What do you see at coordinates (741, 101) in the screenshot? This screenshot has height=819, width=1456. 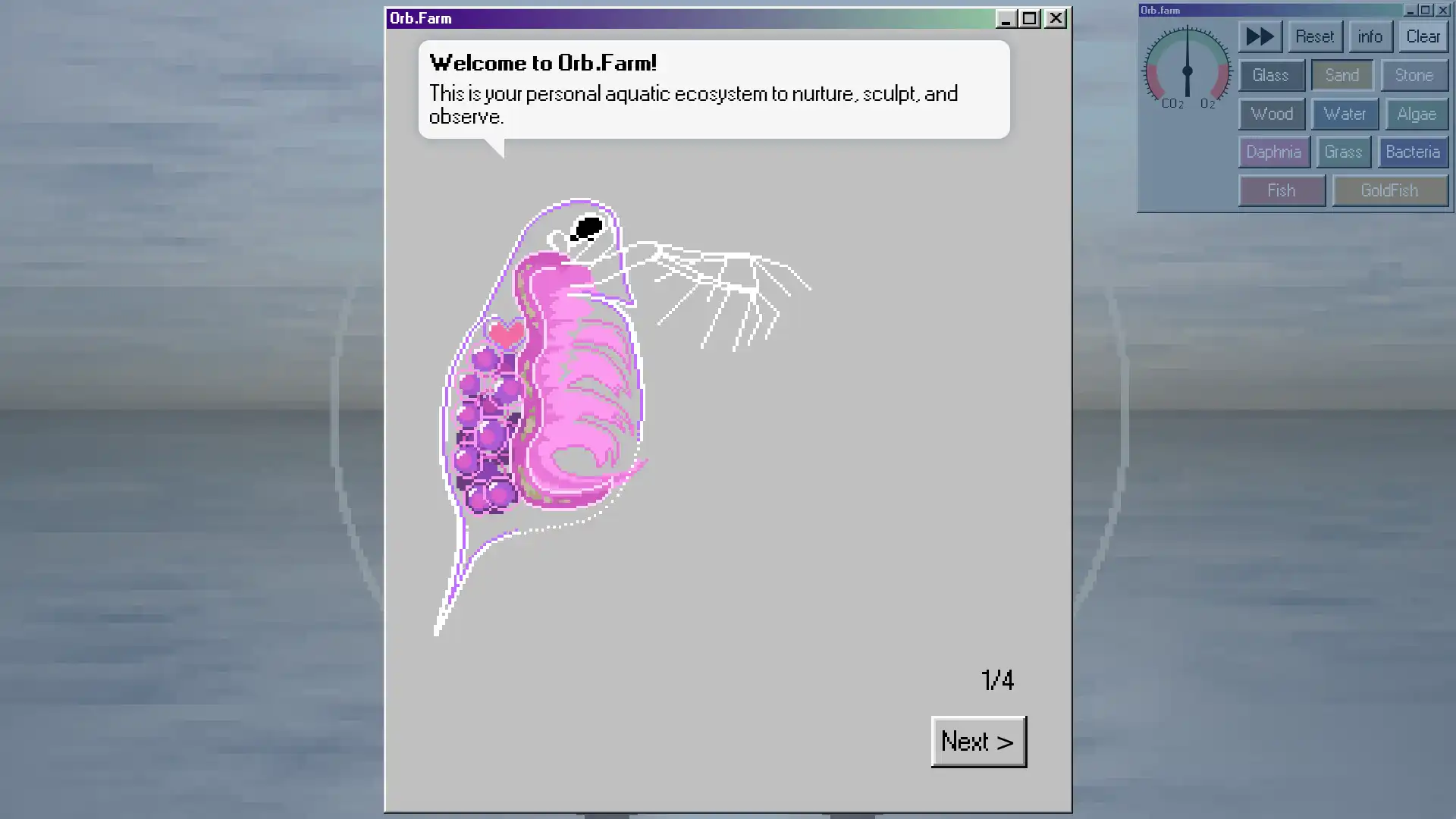 I see `GoldFish` at bounding box center [741, 101].